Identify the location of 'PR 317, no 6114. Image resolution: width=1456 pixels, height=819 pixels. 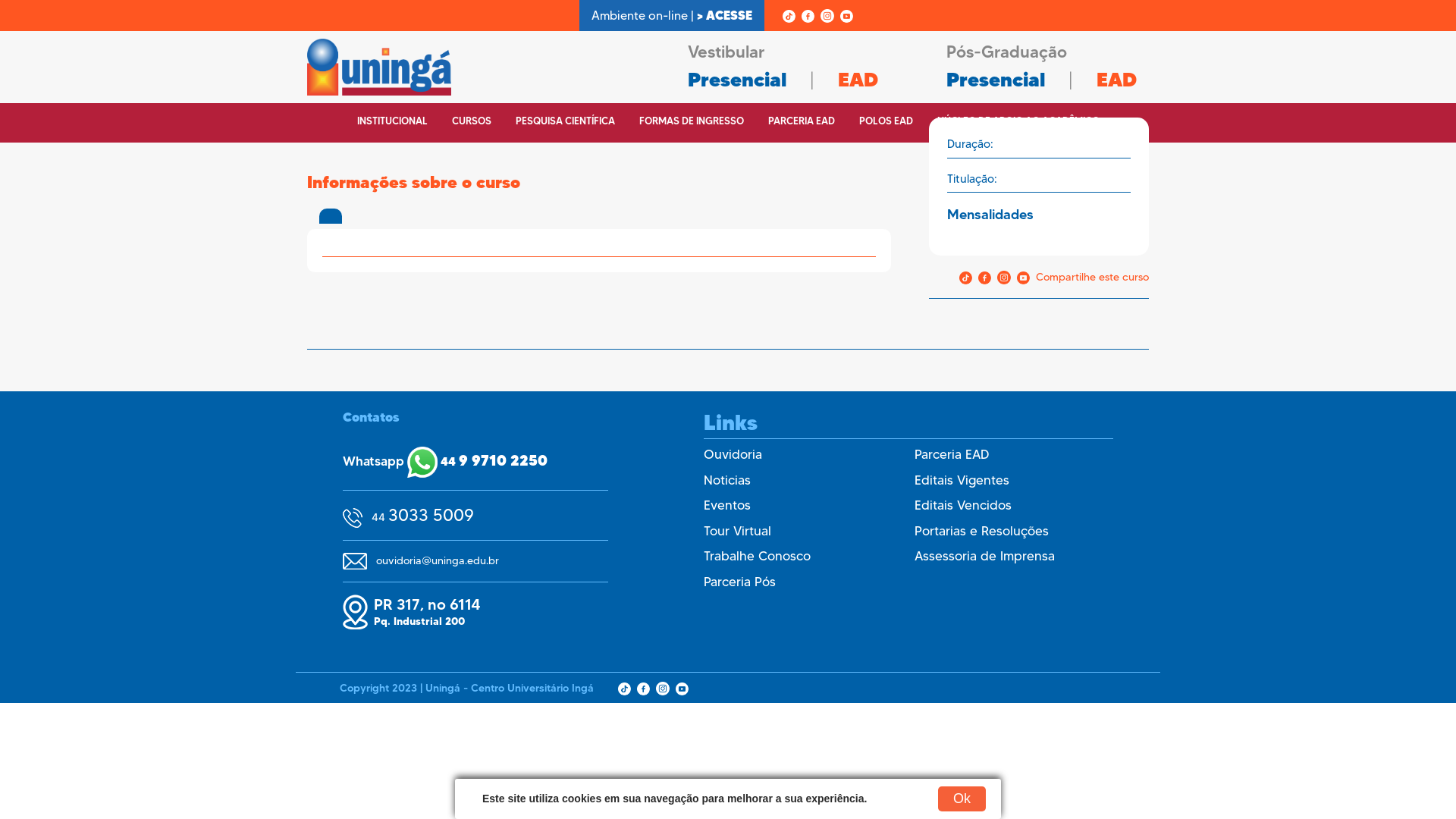
(475, 610).